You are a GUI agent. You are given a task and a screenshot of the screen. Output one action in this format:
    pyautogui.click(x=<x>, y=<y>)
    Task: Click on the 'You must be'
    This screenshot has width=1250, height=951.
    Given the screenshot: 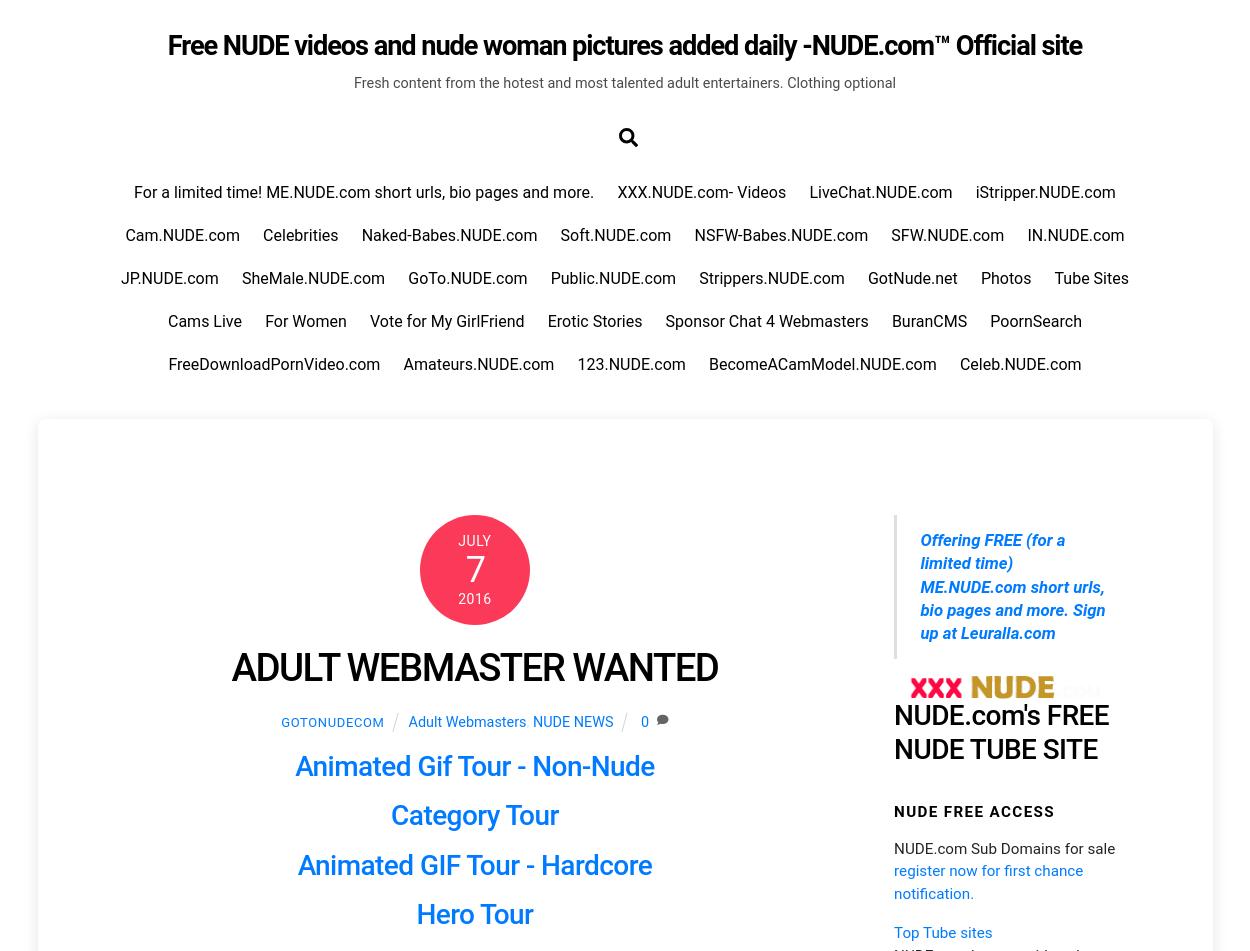 What is the action you would take?
    pyautogui.click(x=153, y=98)
    